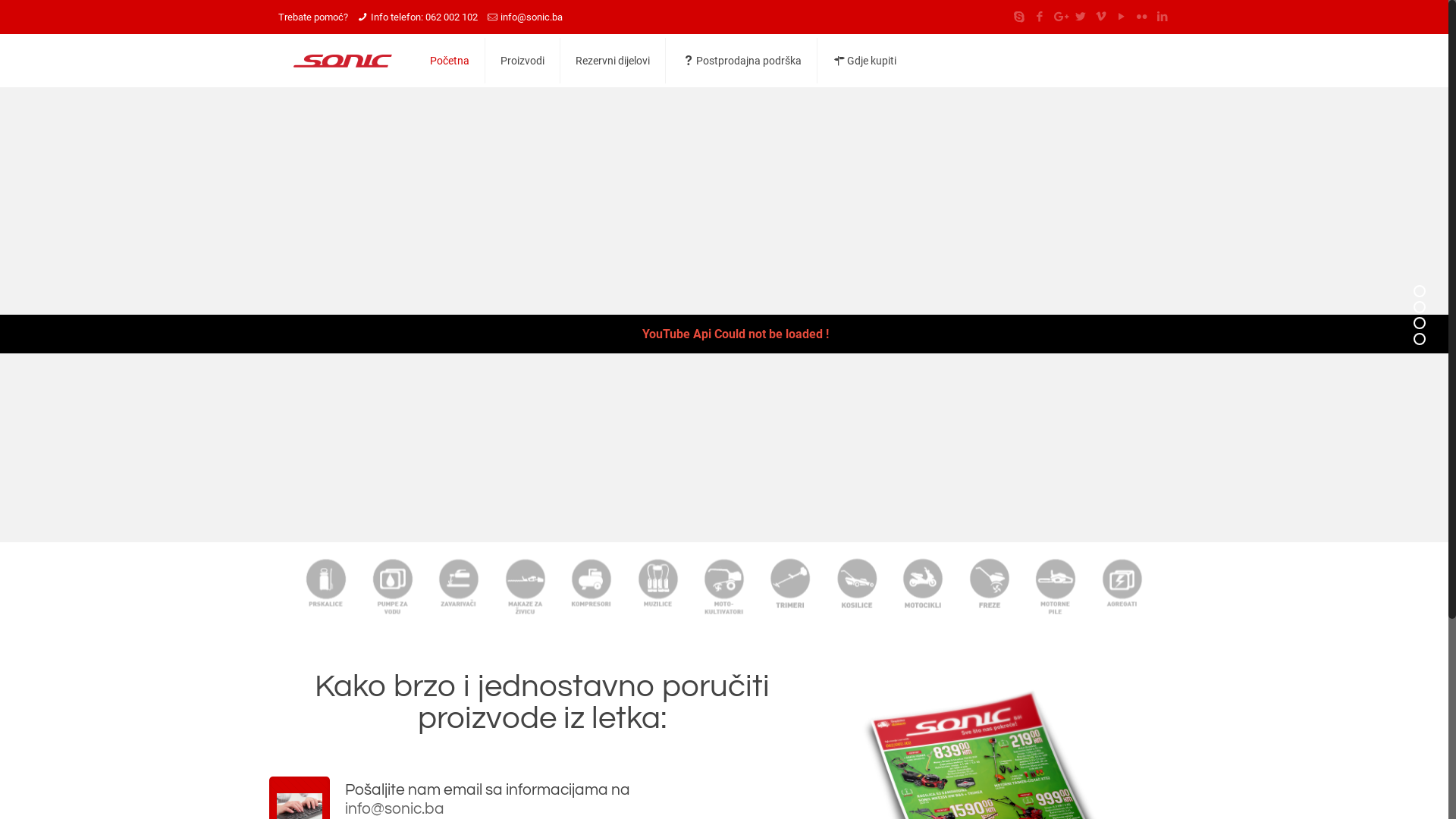 This screenshot has width=1456, height=819. Describe the element at coordinates (1054, 585) in the screenshot. I see `'Motorne pile'` at that location.